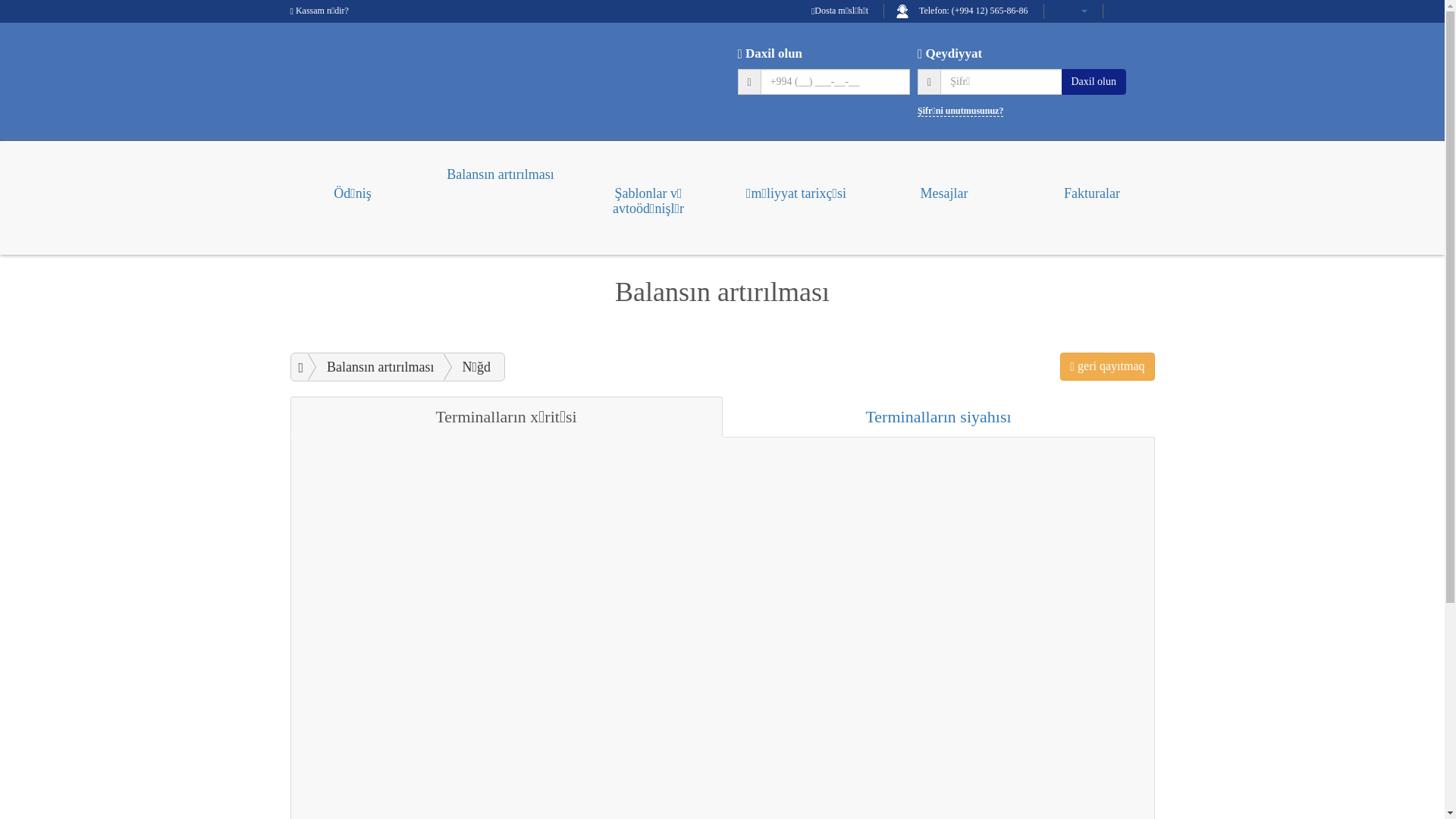 The width and height of the screenshot is (1456, 819). Describe the element at coordinates (1147, 11) in the screenshot. I see `'twitter'` at that location.